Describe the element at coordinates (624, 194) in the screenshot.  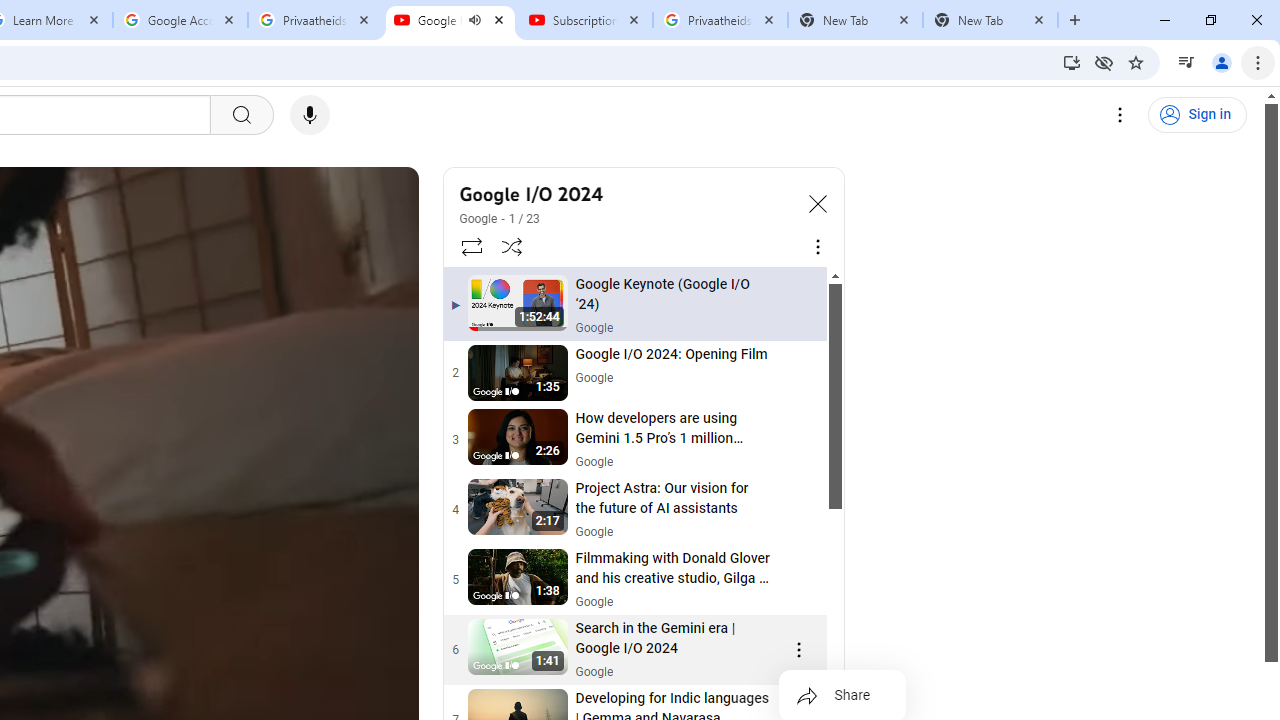
I see `'Google I/O 2024'` at that location.